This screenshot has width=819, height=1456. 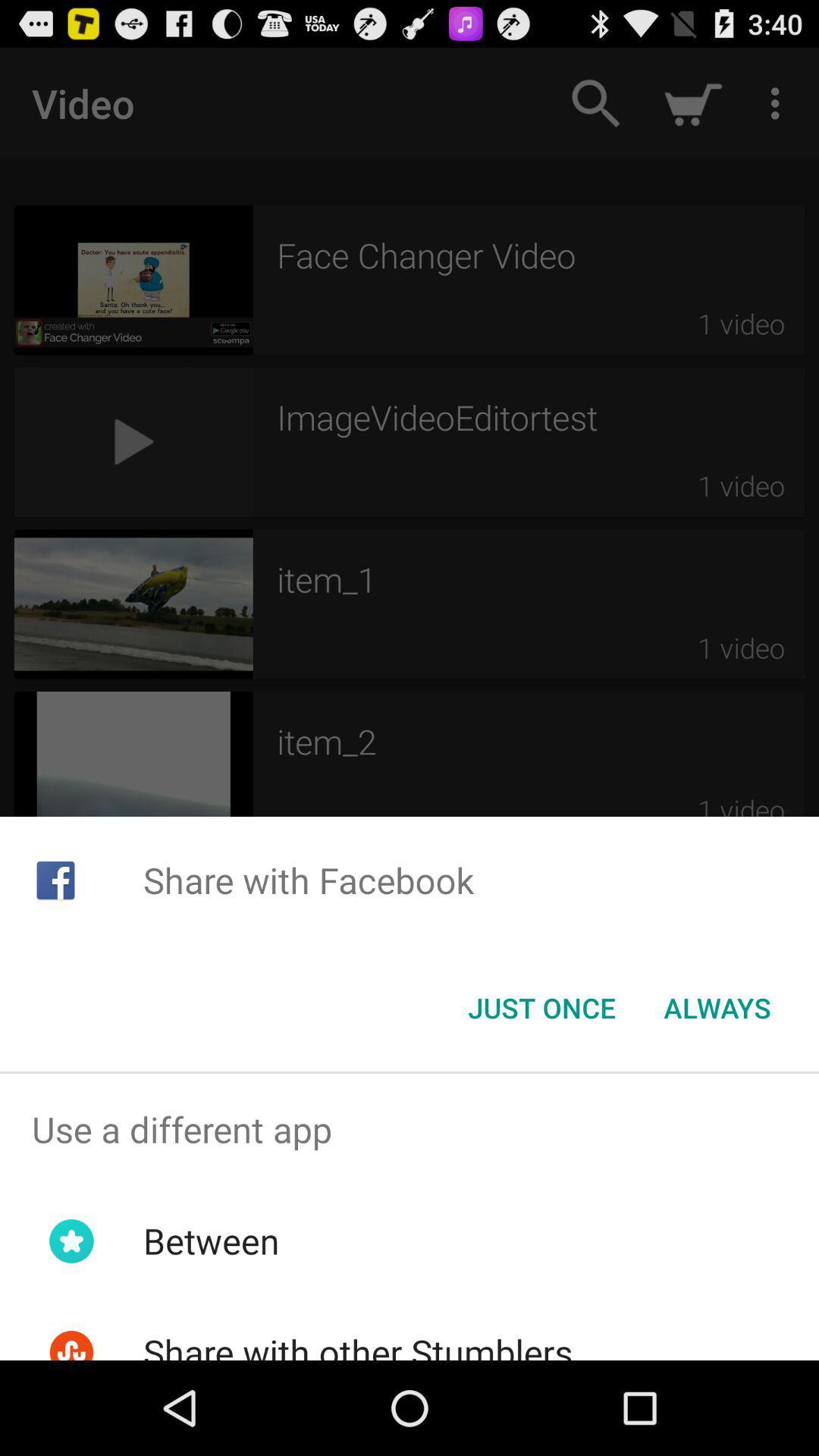 What do you see at coordinates (717, 1008) in the screenshot?
I see `item to the right of the just once icon` at bounding box center [717, 1008].